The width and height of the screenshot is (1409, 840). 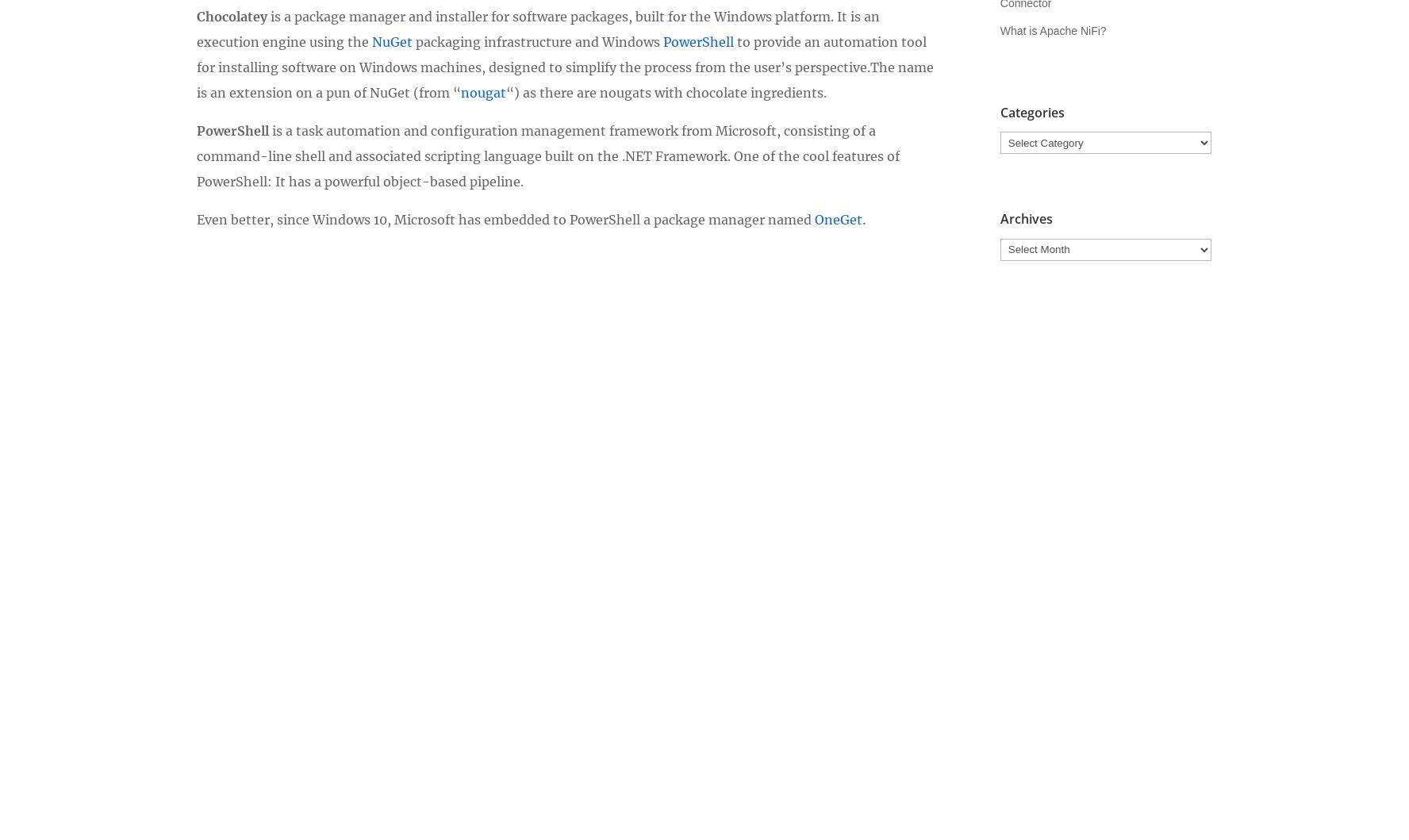 I want to click on 'to provide an automation tool for installing software on Windows machines, designed to simplify the process from the user’s perspective.The name is an extension on a pun of NuGet (from “', so click(x=565, y=66).